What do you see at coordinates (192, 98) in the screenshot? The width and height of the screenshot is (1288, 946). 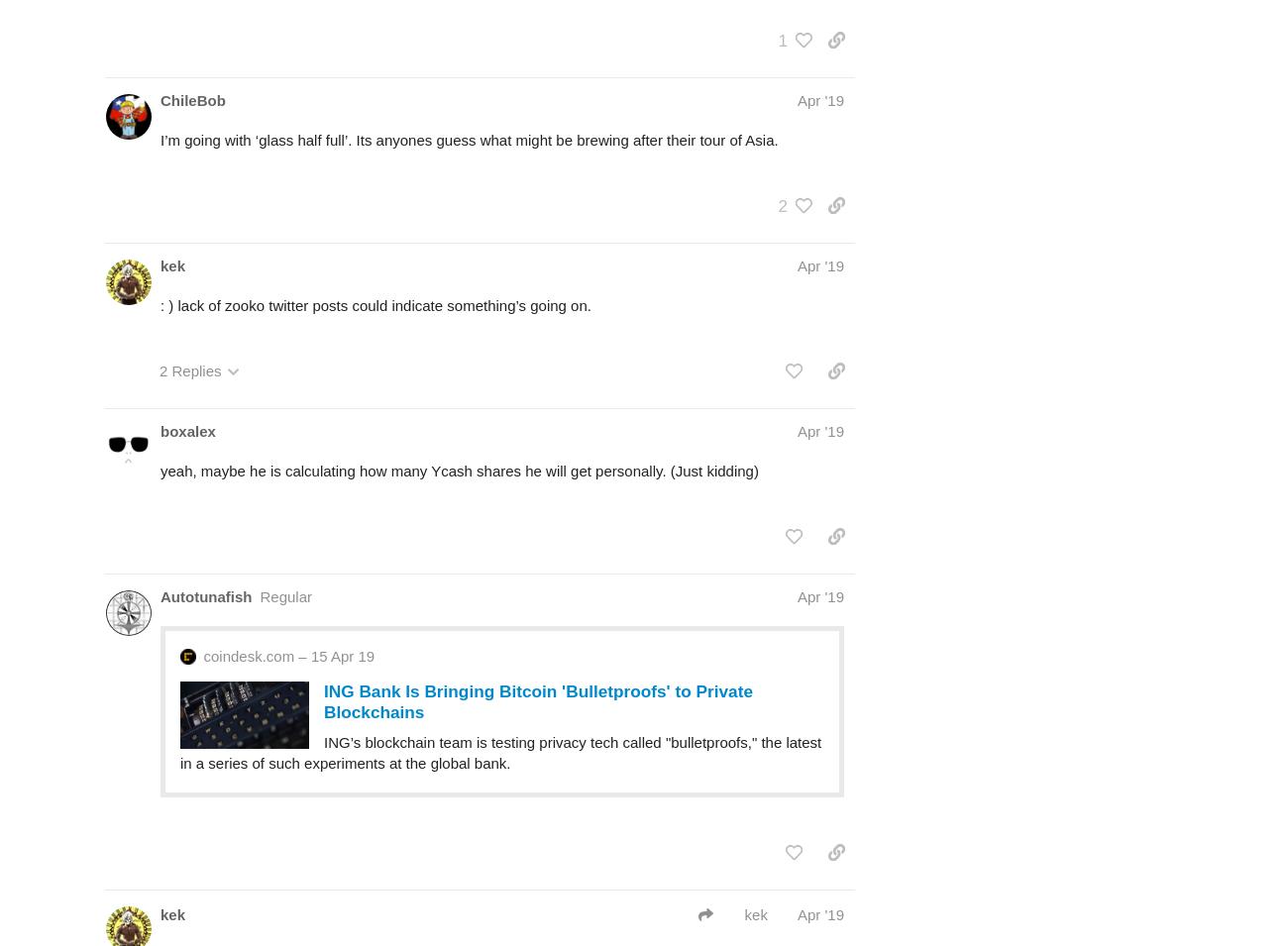 I see `'ChileBob'` at bounding box center [192, 98].